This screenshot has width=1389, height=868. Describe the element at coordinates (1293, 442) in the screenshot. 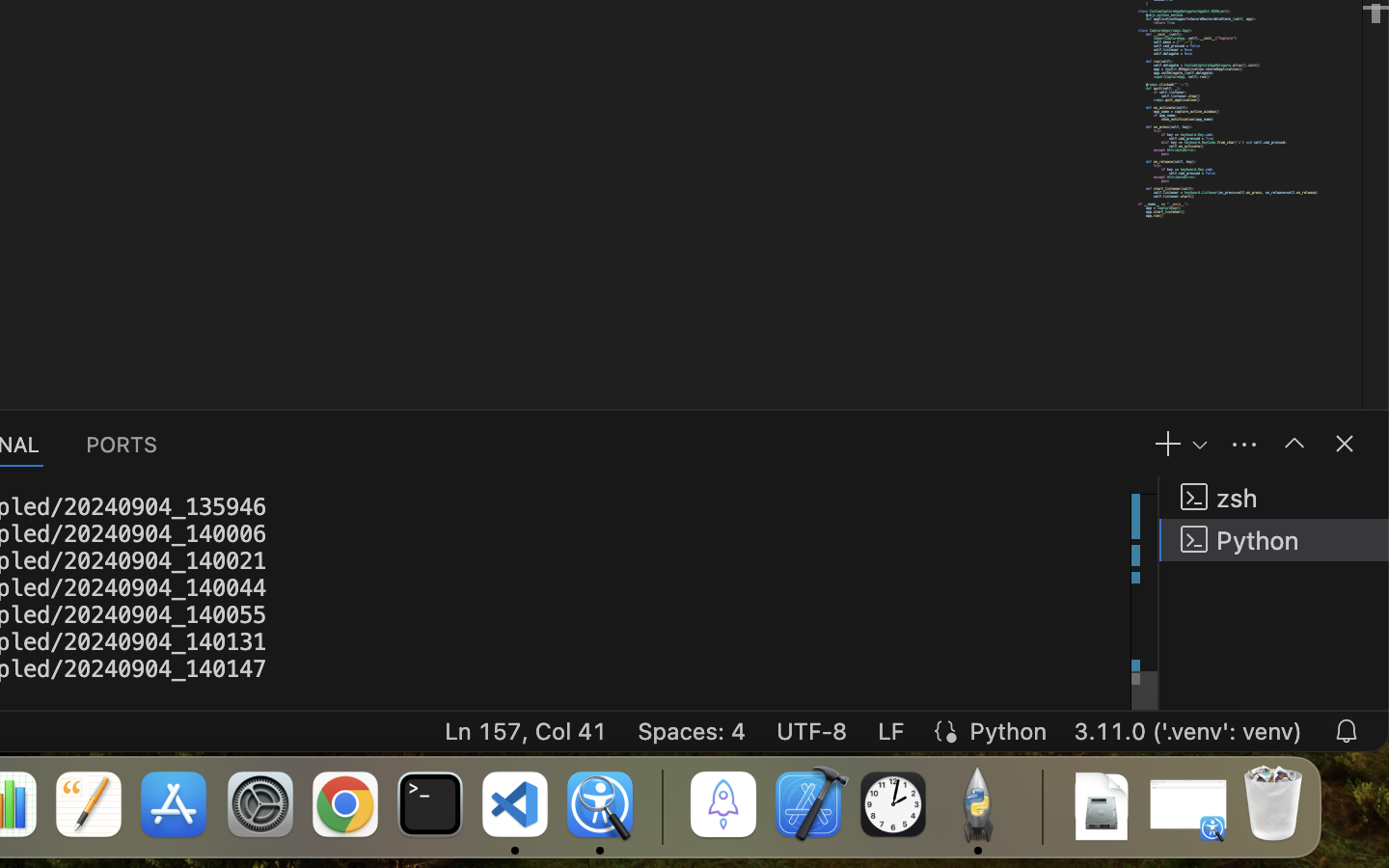

I see `''` at that location.